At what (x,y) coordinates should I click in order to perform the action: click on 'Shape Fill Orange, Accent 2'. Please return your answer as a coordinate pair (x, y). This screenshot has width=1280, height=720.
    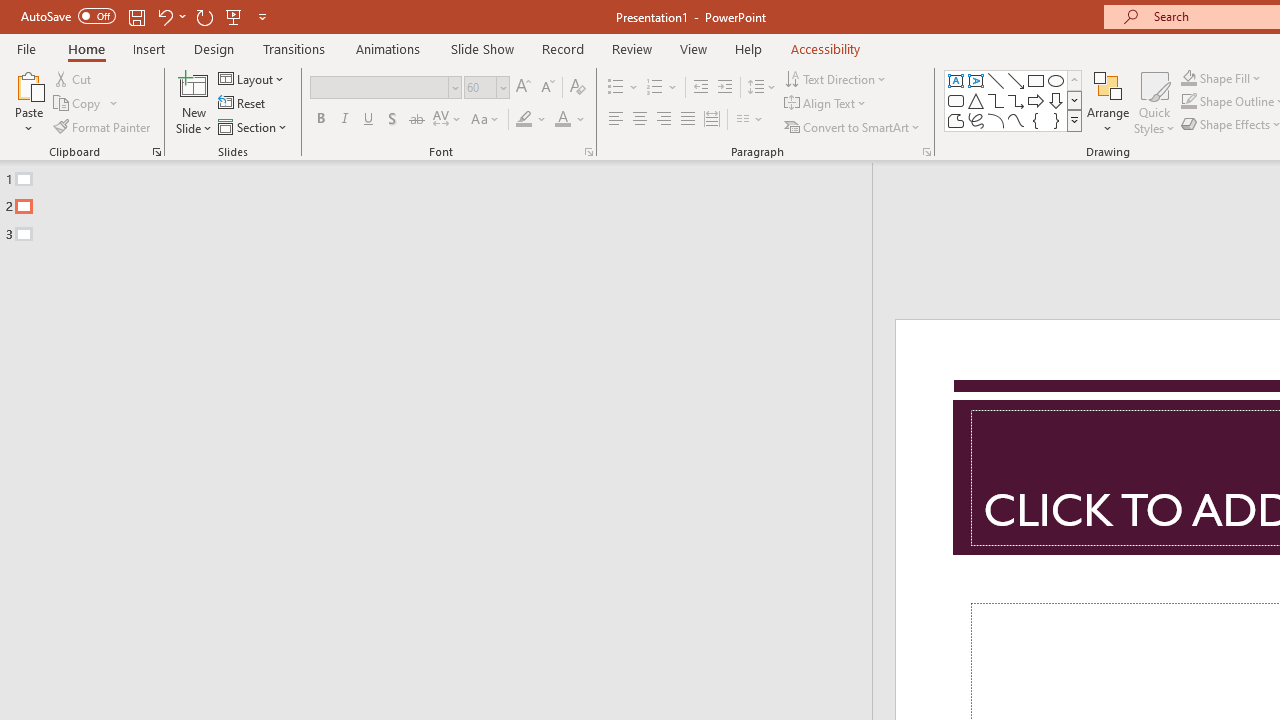
    Looking at the image, I should click on (1189, 77).